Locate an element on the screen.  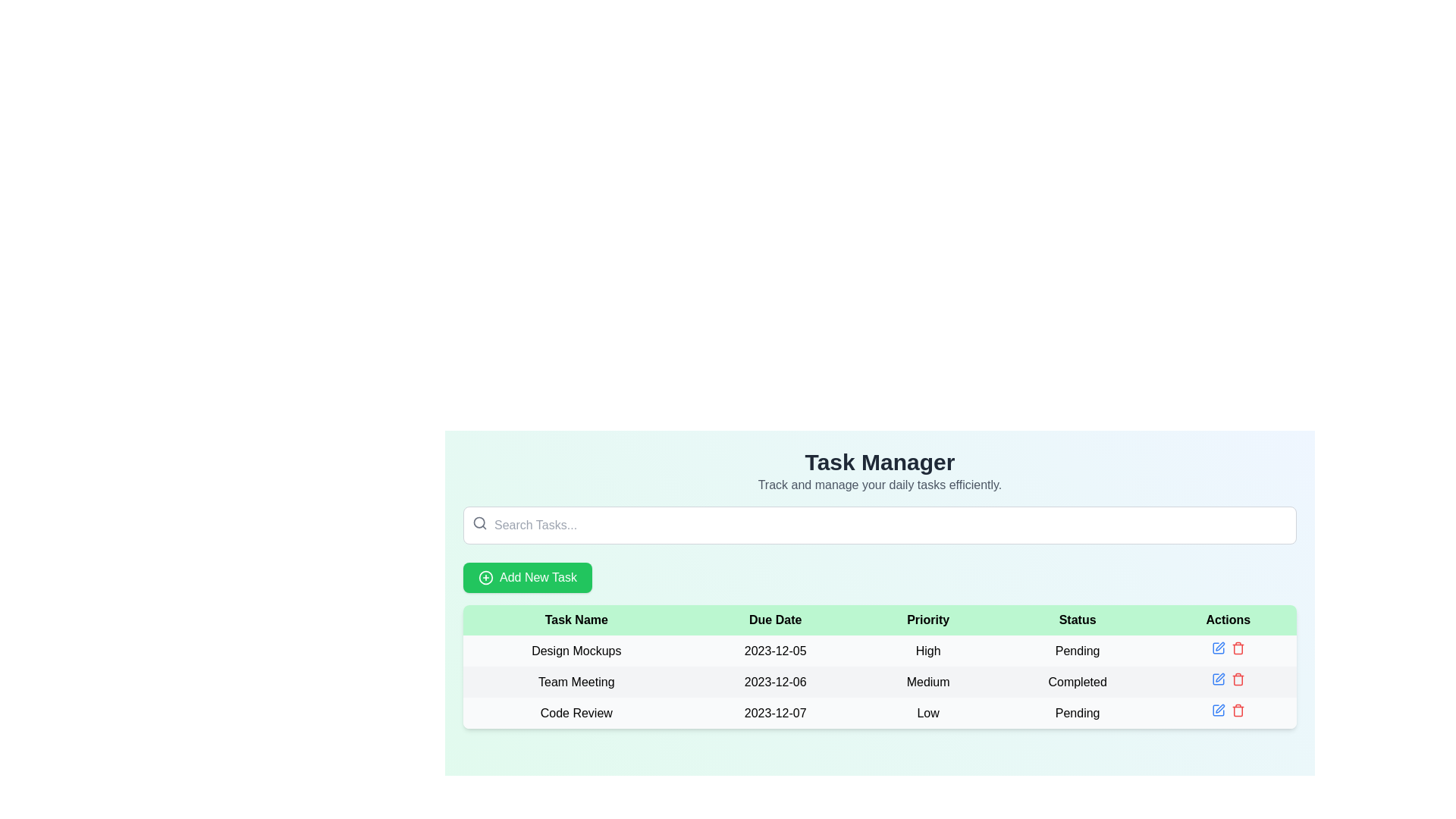
the text label displaying the date '2023-12-06' located in the second cell of the 'Due Date' column in the data table under the header, which aligns with the 'Team Meeting' task row is located at coordinates (775, 681).